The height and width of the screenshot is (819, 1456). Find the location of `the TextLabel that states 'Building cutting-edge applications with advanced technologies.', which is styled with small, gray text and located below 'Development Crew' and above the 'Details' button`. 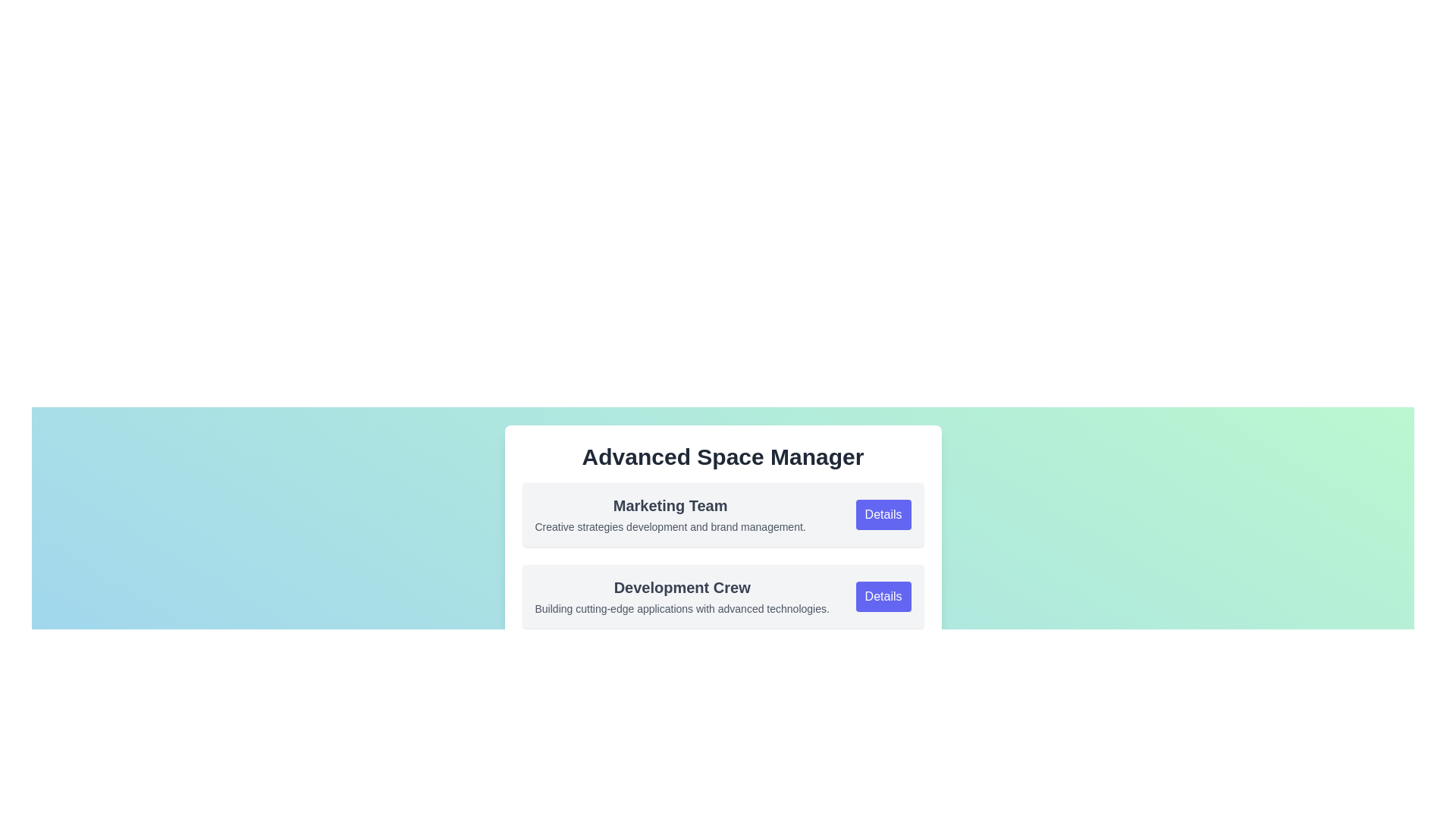

the TextLabel that states 'Building cutting-edge applications with advanced technologies.', which is styled with small, gray text and located below 'Development Crew' and above the 'Details' button is located at coordinates (681, 607).